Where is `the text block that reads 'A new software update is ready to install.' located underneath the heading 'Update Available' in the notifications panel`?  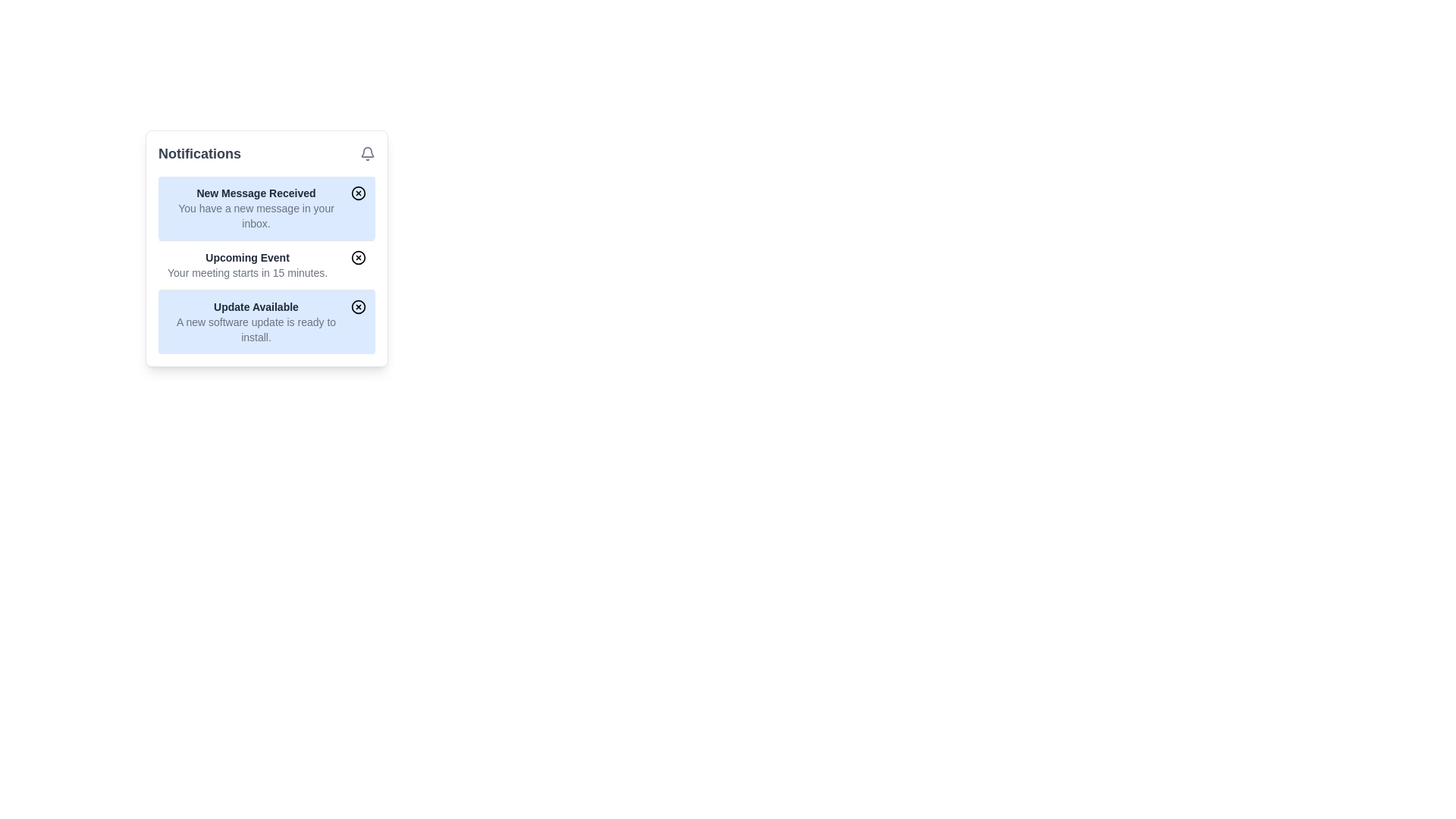 the text block that reads 'A new software update is ready to install.' located underneath the heading 'Update Available' in the notifications panel is located at coordinates (256, 329).